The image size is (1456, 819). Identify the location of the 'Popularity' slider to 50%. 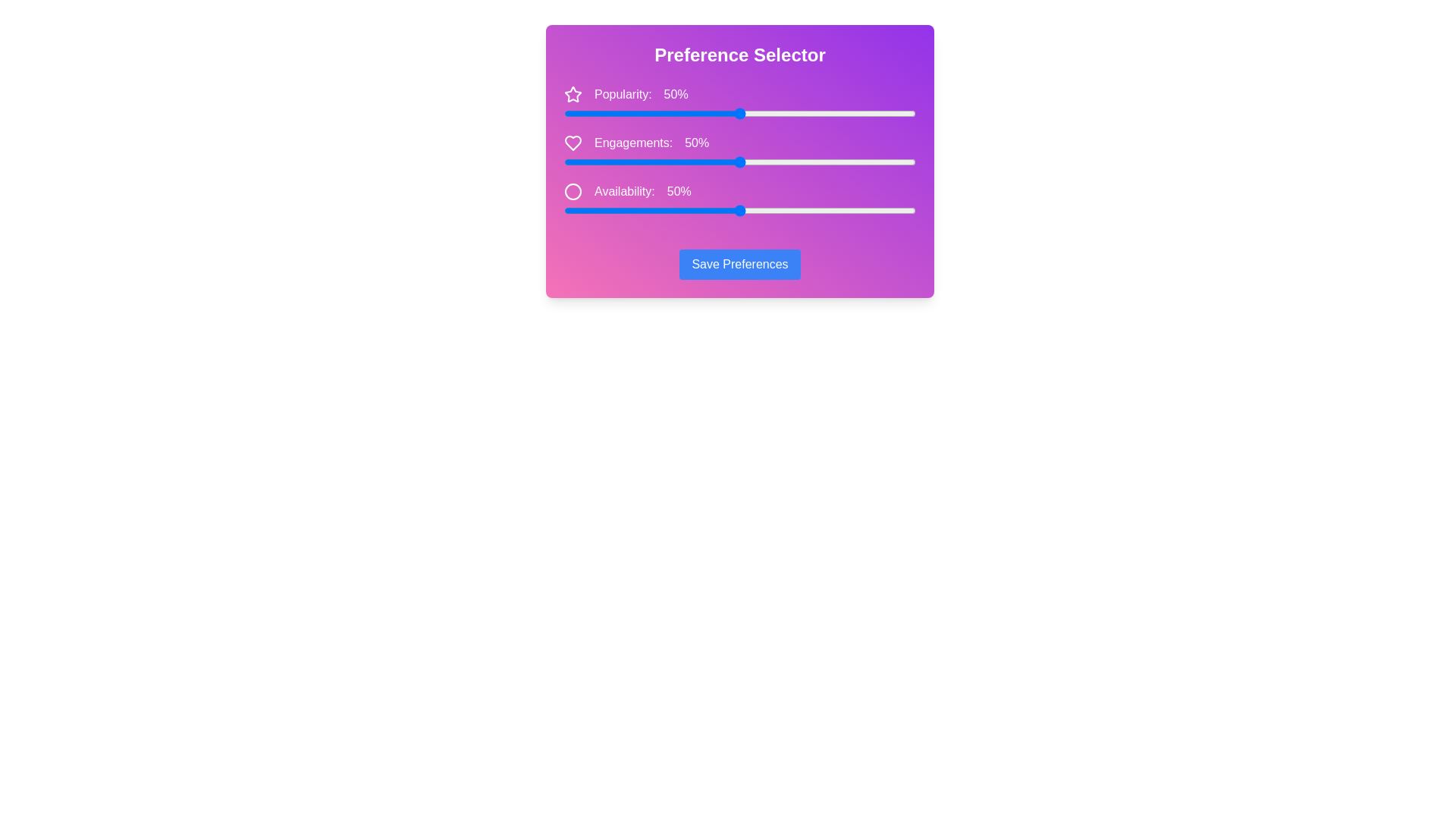
(739, 113).